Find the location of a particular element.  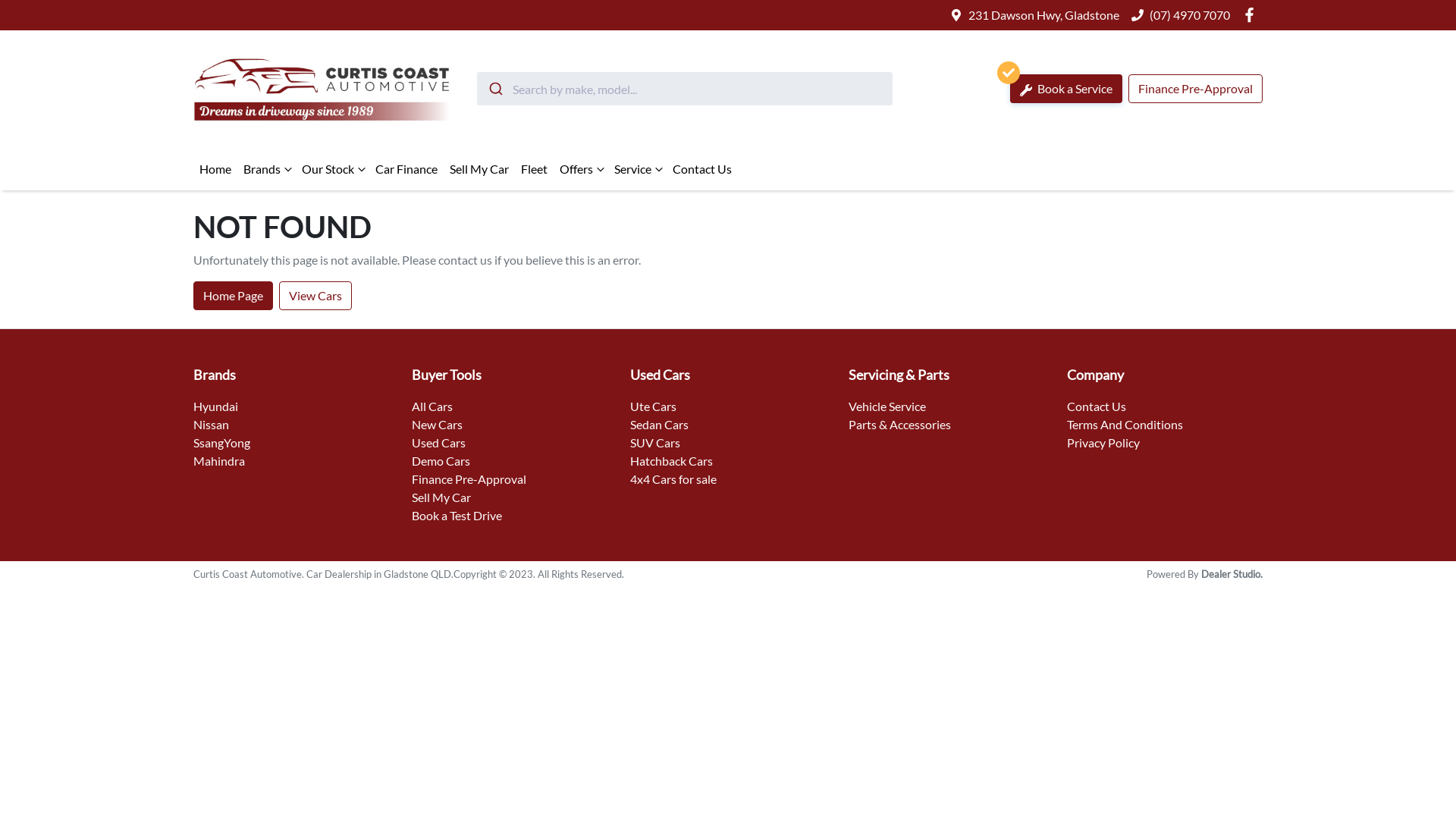

'Demo Cars' is located at coordinates (440, 460).